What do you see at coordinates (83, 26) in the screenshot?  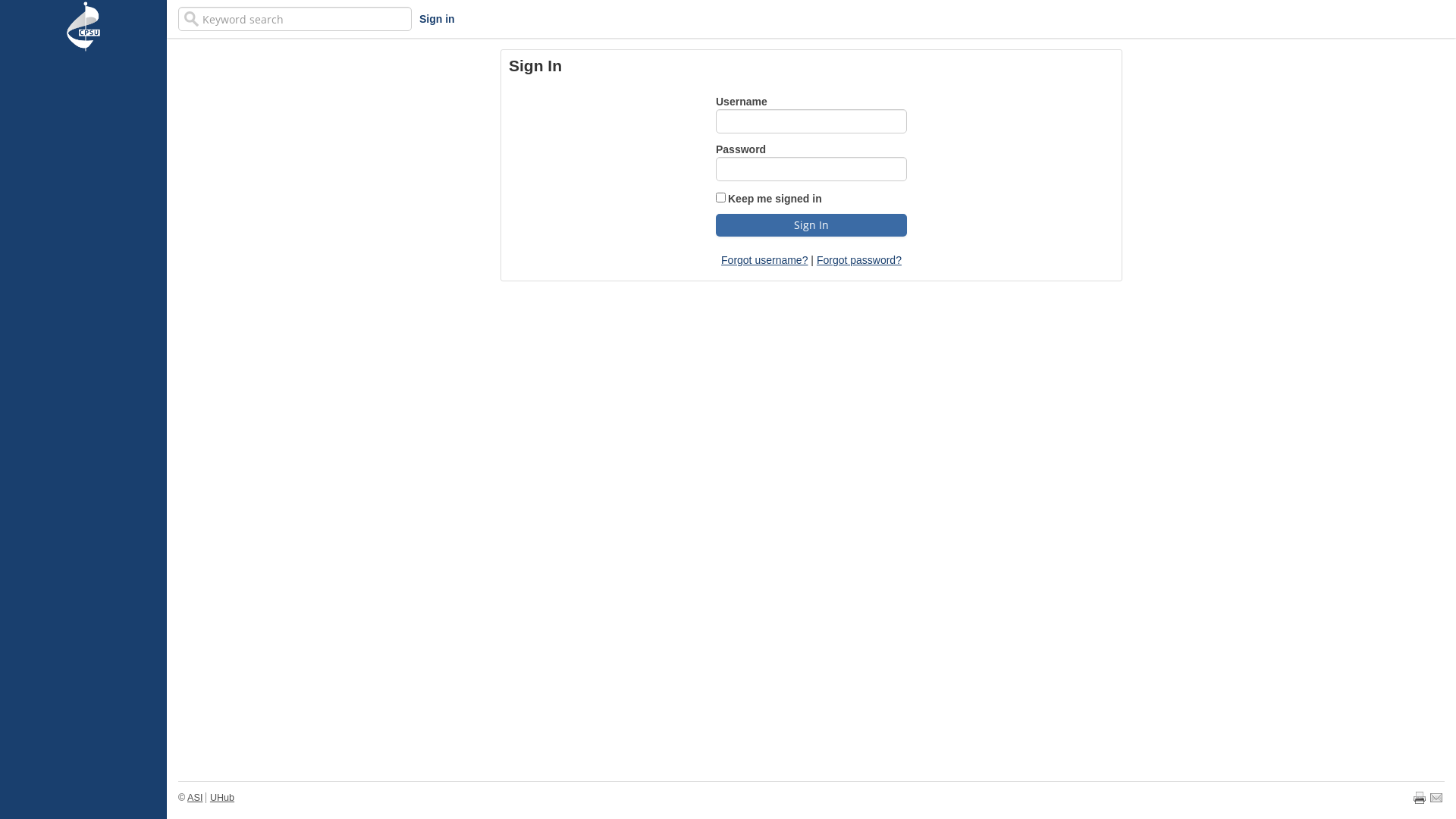 I see `'iMIS'` at bounding box center [83, 26].